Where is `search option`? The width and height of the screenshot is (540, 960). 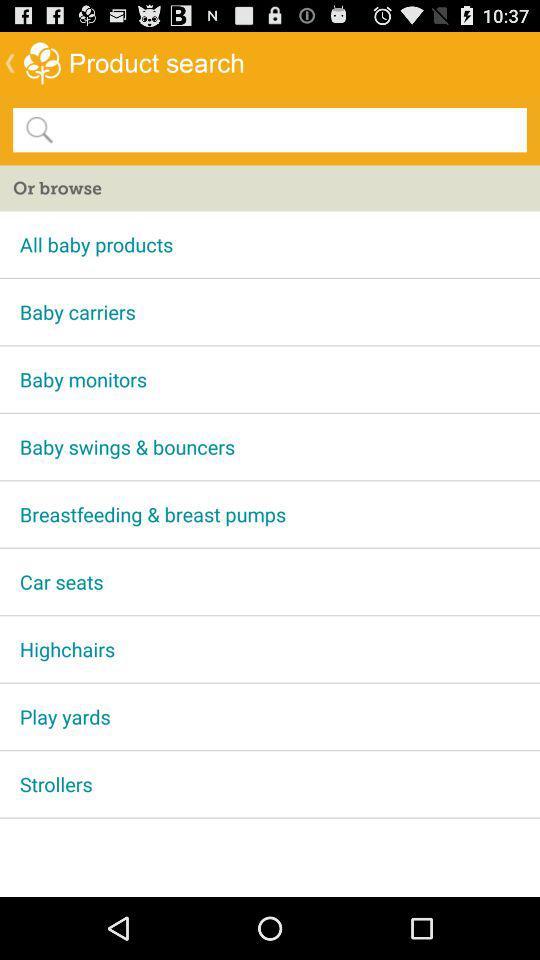
search option is located at coordinates (288, 128).